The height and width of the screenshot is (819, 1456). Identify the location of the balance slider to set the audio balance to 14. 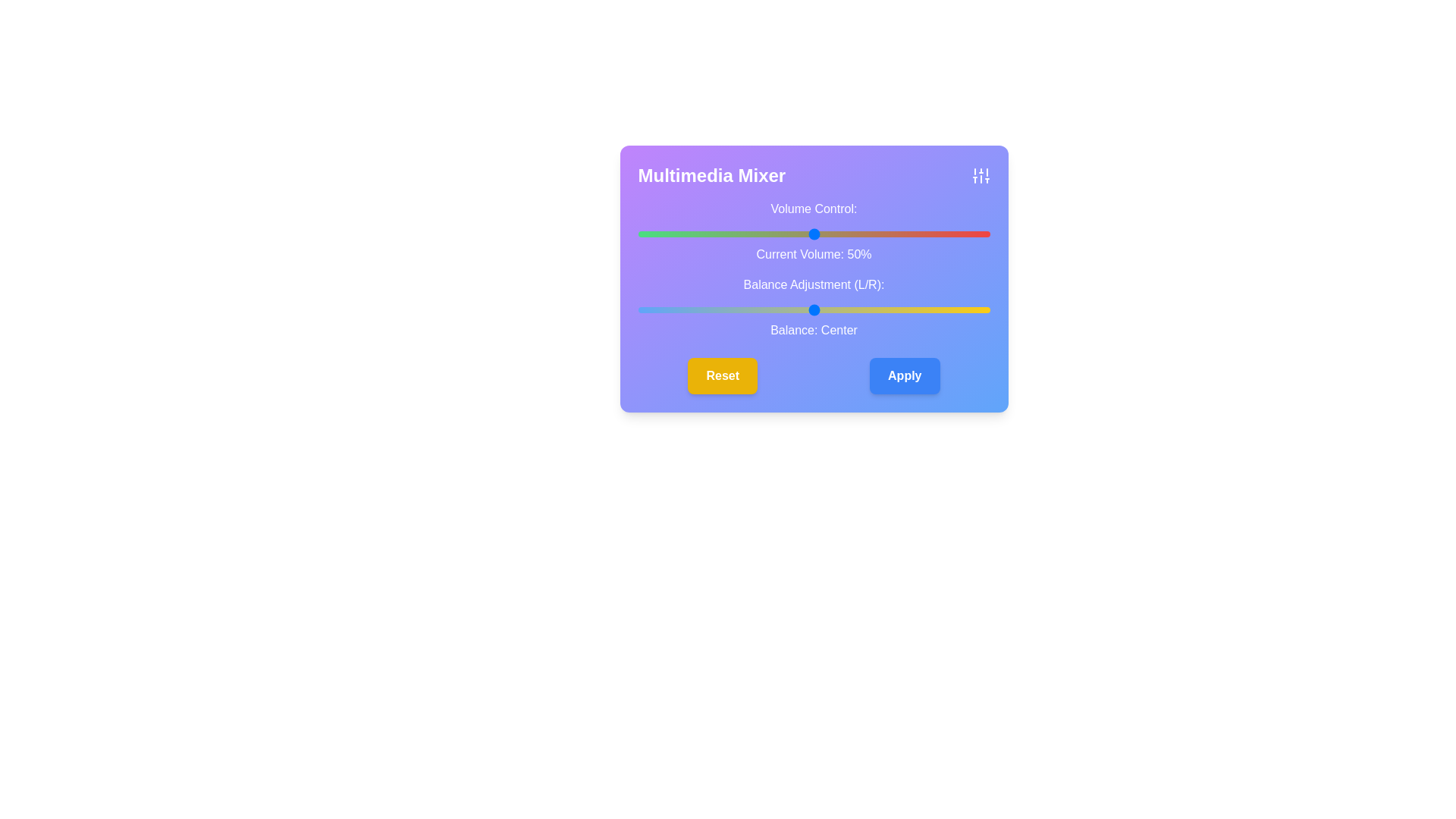
(863, 309).